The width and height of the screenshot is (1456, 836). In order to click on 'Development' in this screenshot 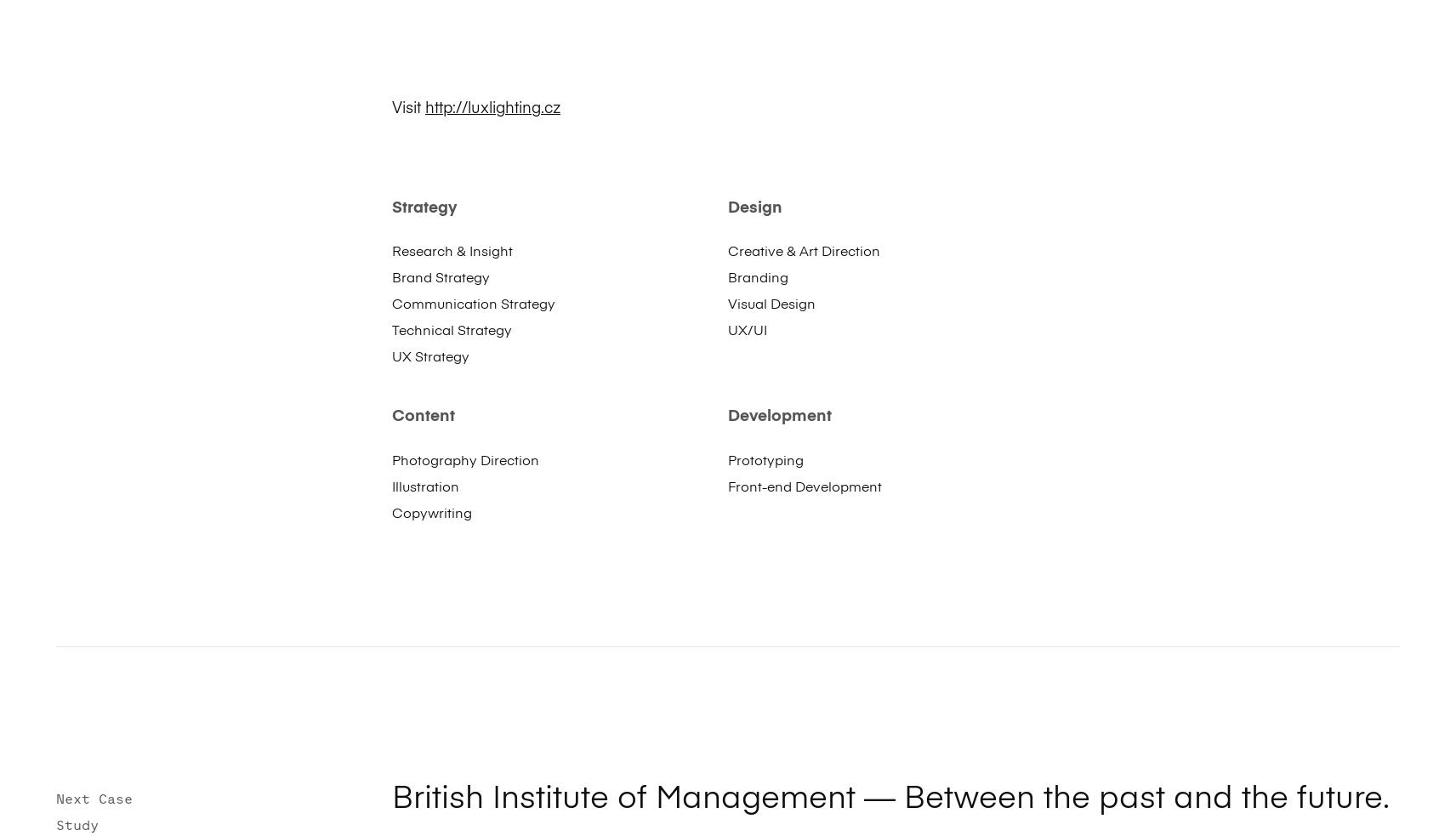, I will do `click(778, 415)`.